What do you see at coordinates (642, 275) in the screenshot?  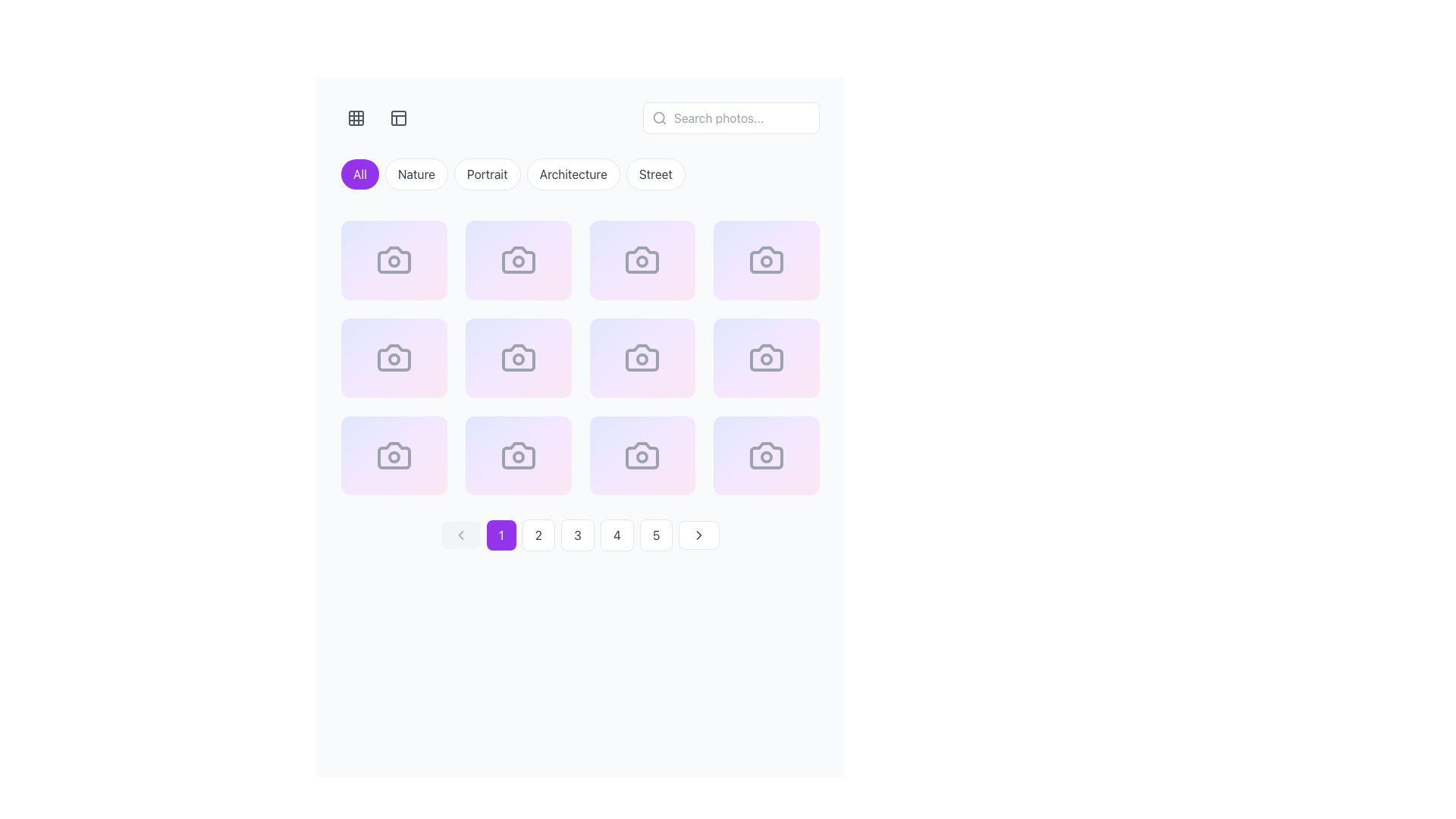 I see `the interactive control buttons for 'Photograph #3' located at the bottom center of the content card` at bounding box center [642, 275].